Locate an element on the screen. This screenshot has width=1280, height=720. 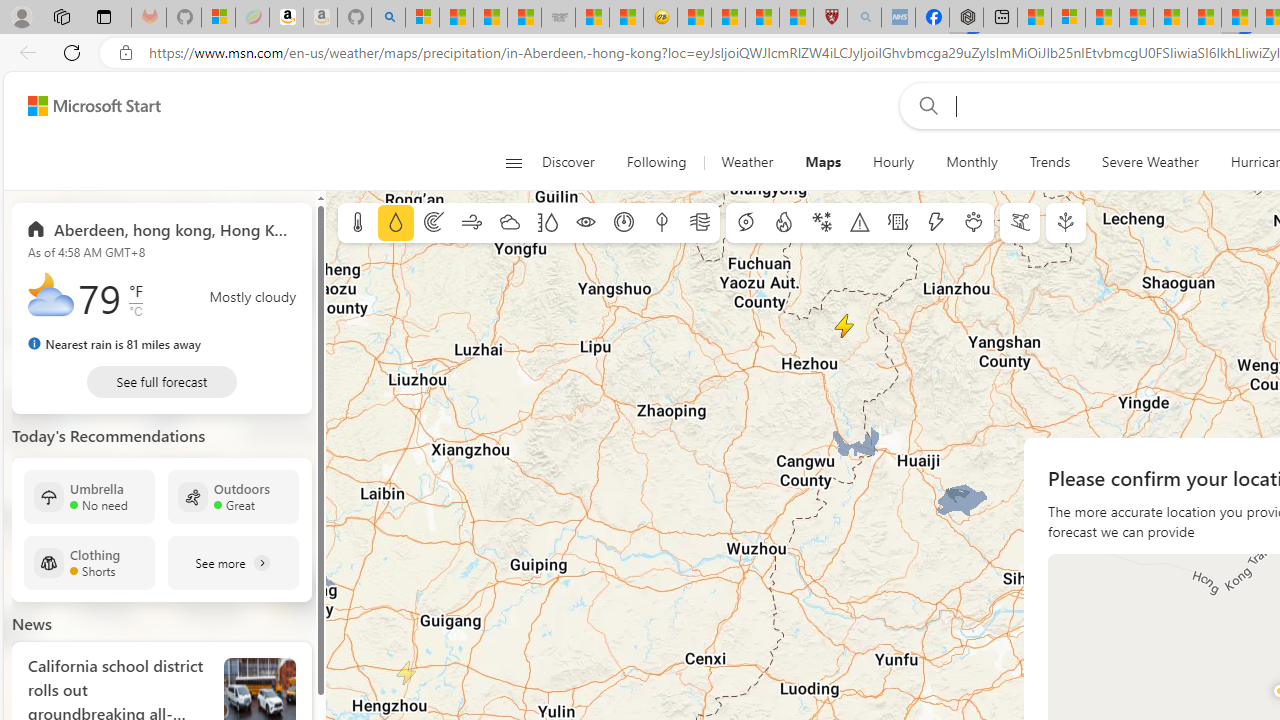
'Dew point' is located at coordinates (661, 223).